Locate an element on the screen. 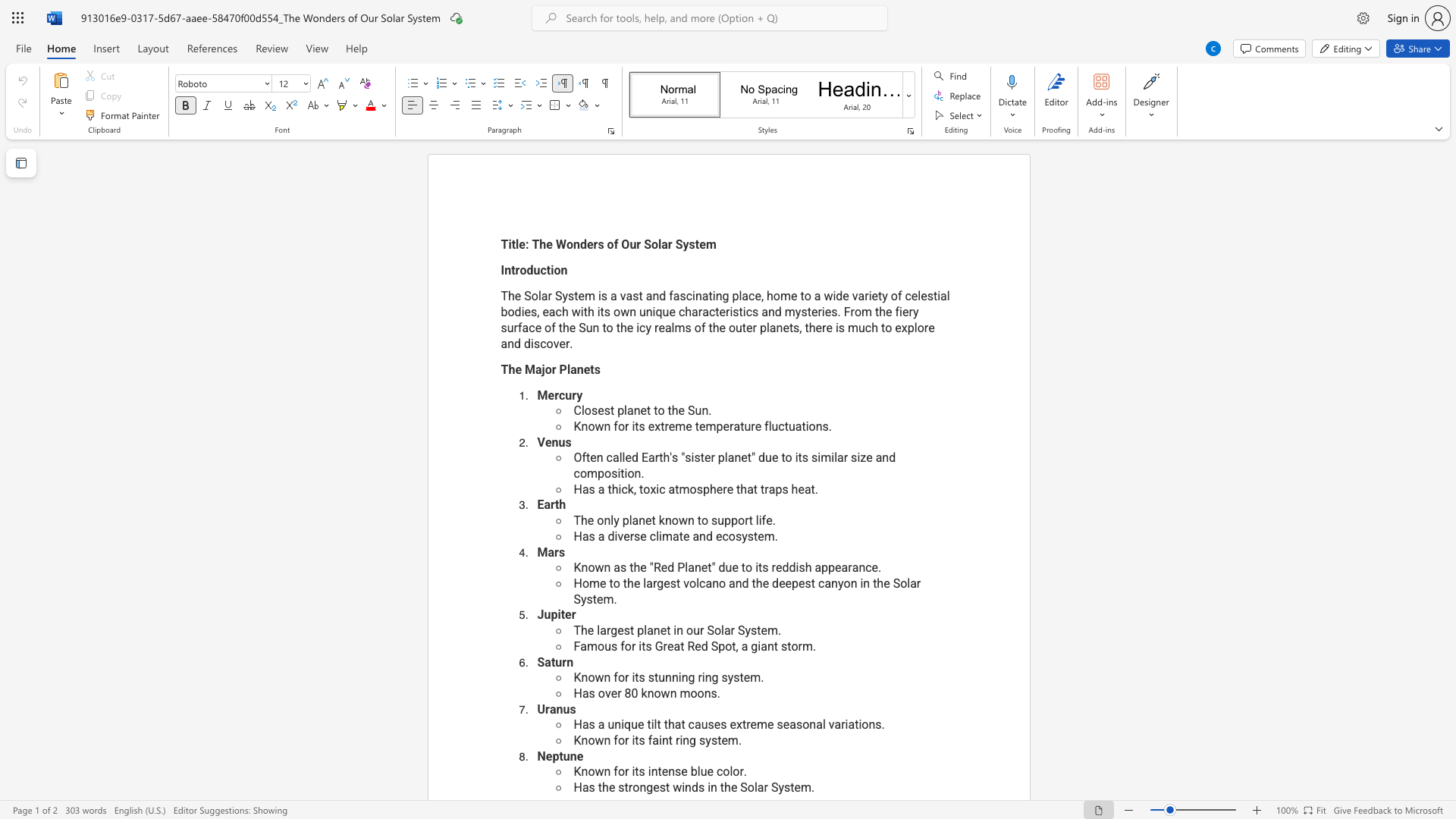 The height and width of the screenshot is (819, 1456). the subset text "tem" within the text "Has a diverse climate and ecosystem." is located at coordinates (753, 535).